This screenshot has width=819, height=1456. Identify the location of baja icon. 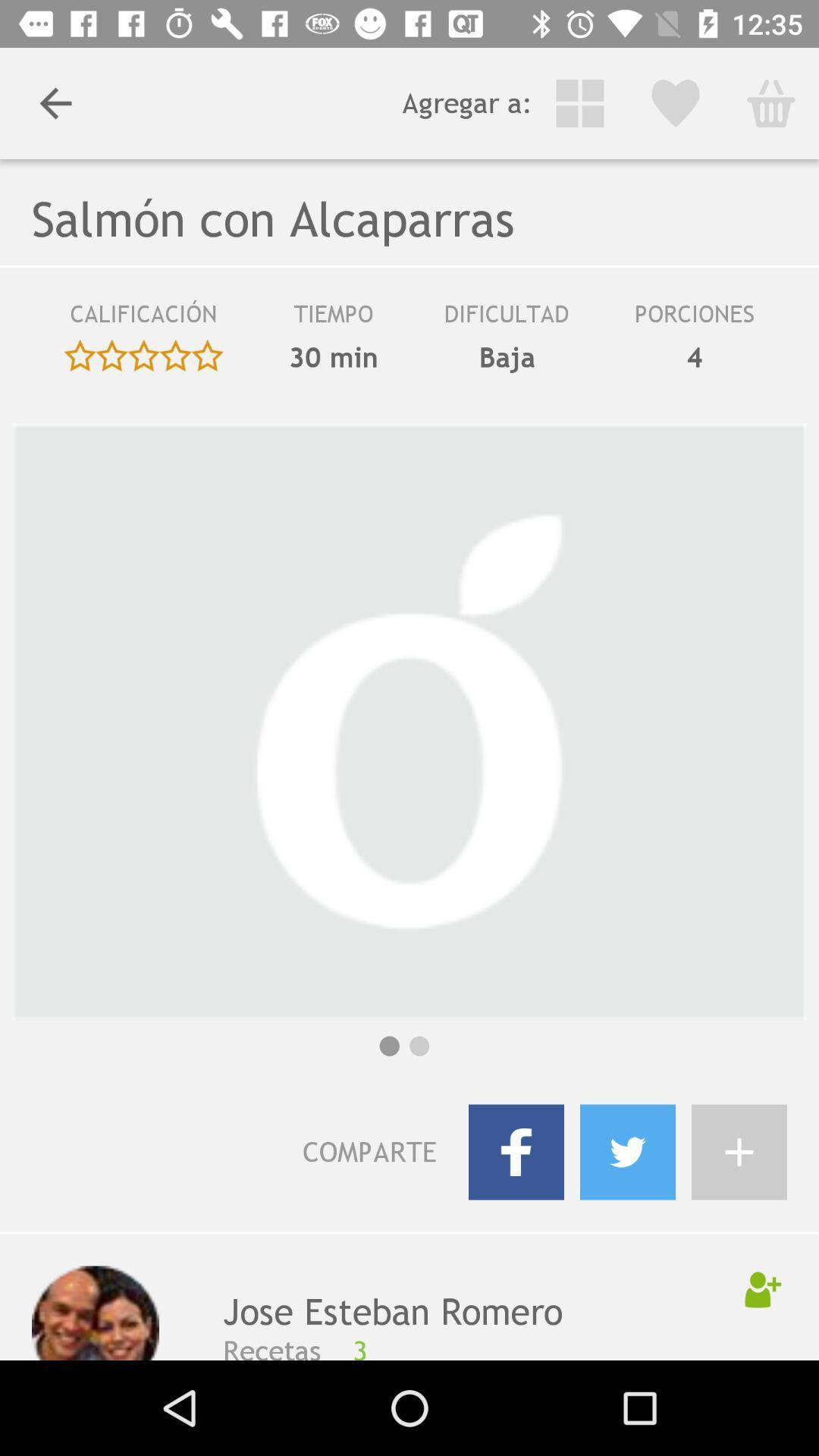
(507, 356).